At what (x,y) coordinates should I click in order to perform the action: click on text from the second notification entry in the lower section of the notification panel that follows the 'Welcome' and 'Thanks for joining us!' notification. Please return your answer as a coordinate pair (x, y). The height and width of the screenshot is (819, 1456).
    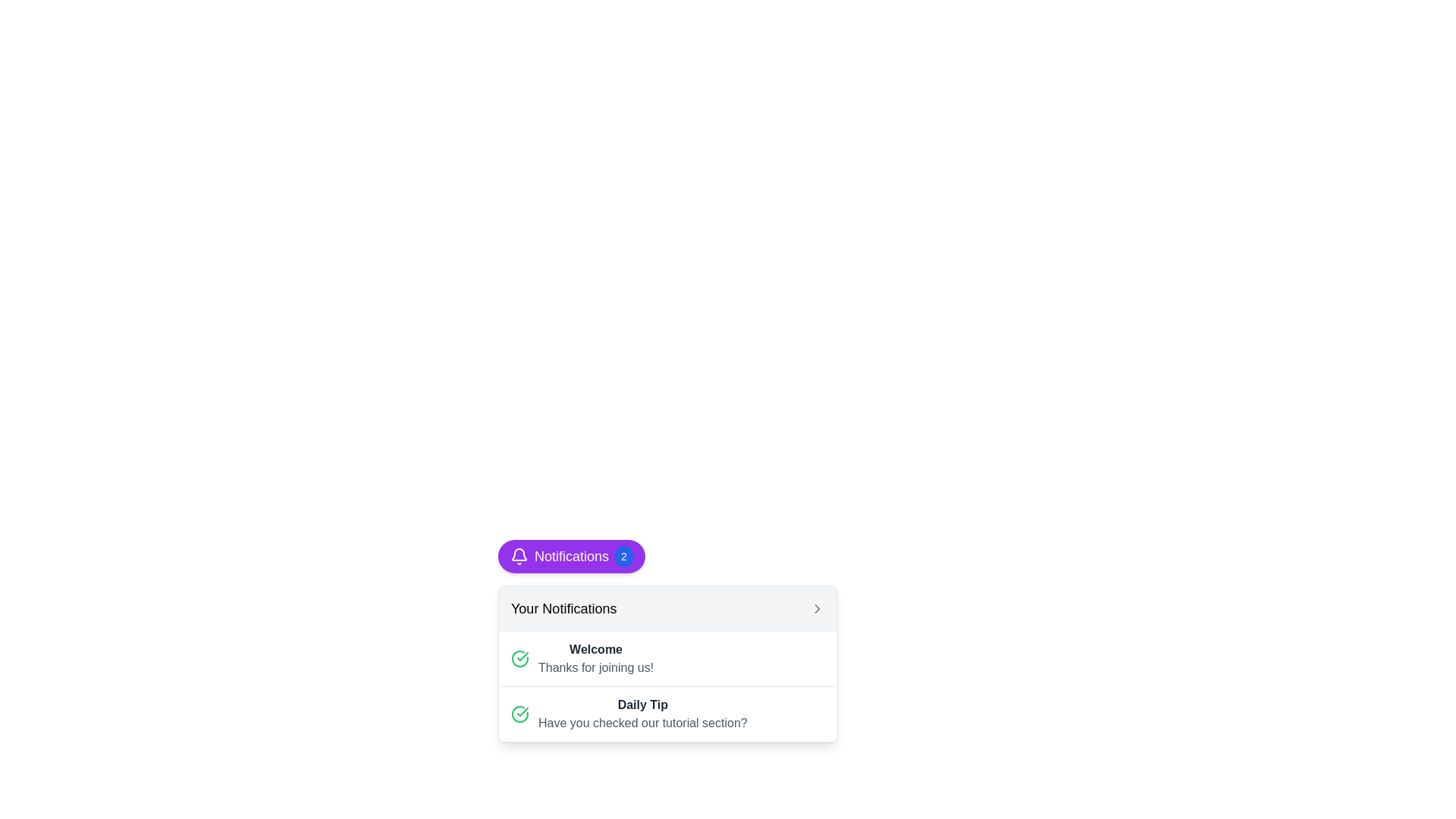
    Looking at the image, I should click on (667, 714).